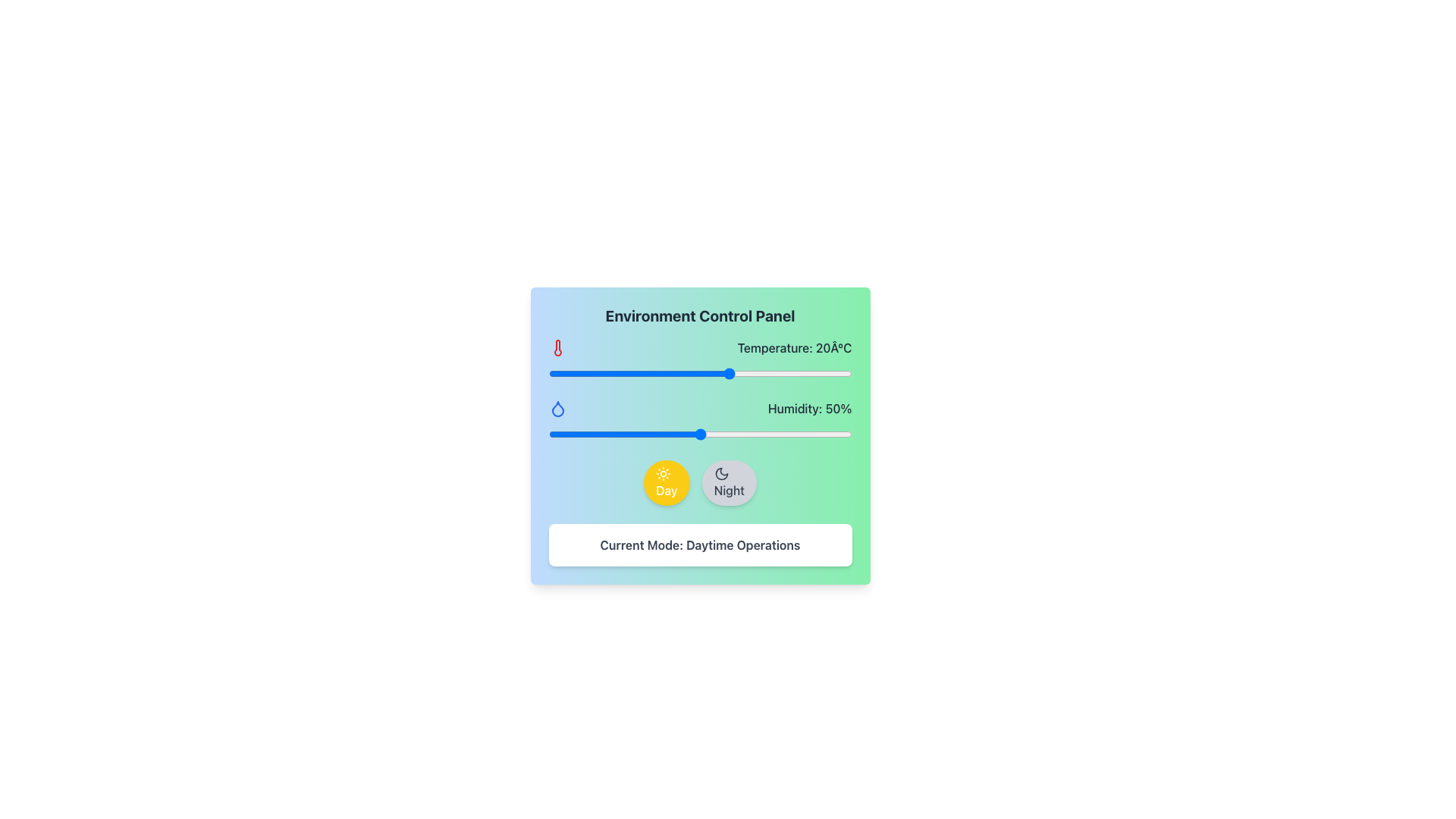  What do you see at coordinates (699, 374) in the screenshot?
I see `the temperature` at bounding box center [699, 374].